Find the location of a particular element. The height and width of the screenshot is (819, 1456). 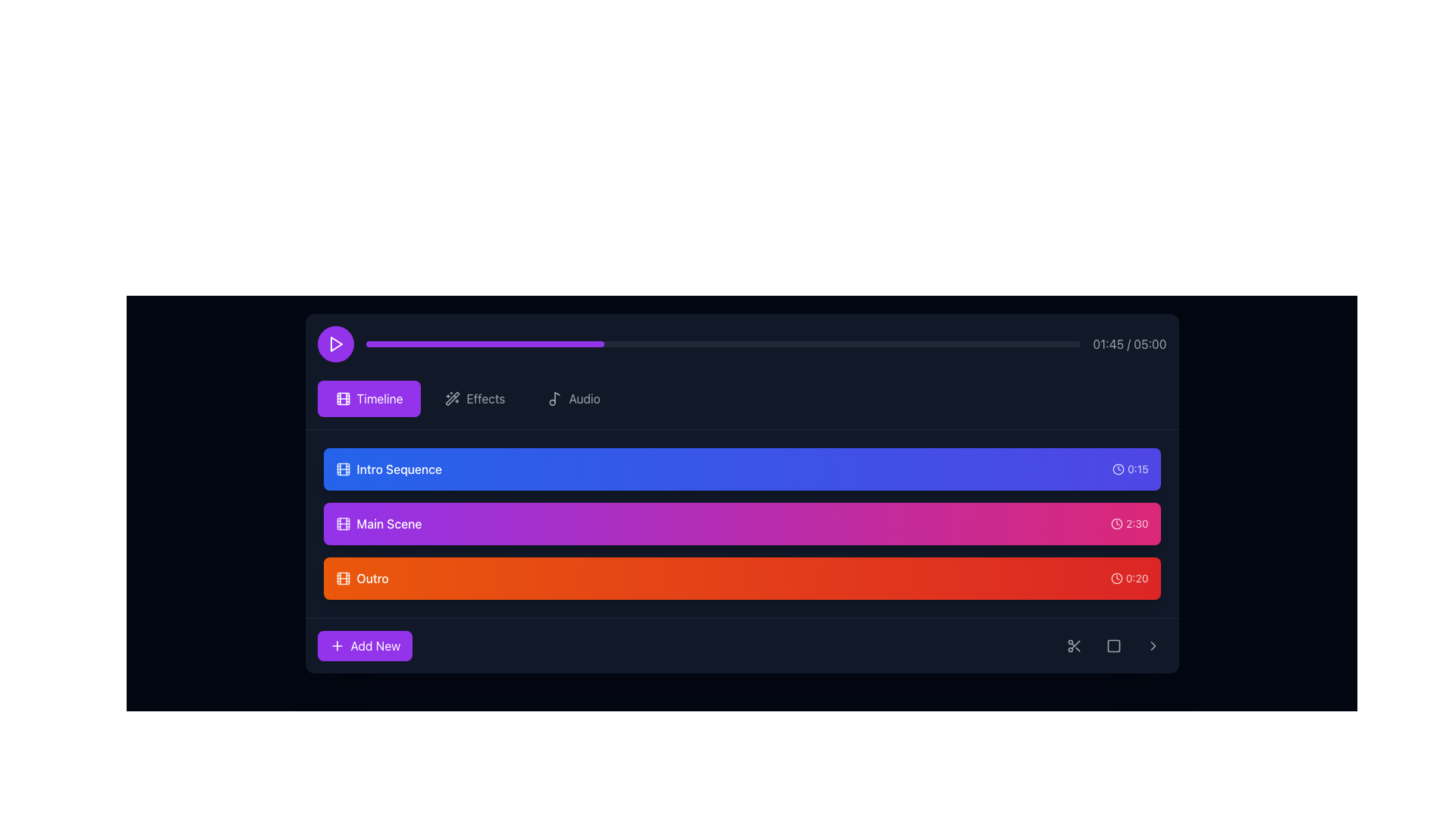

the plus icon within the 'Add New' button located at the bottom-left corner of the interface is located at coordinates (336, 646).